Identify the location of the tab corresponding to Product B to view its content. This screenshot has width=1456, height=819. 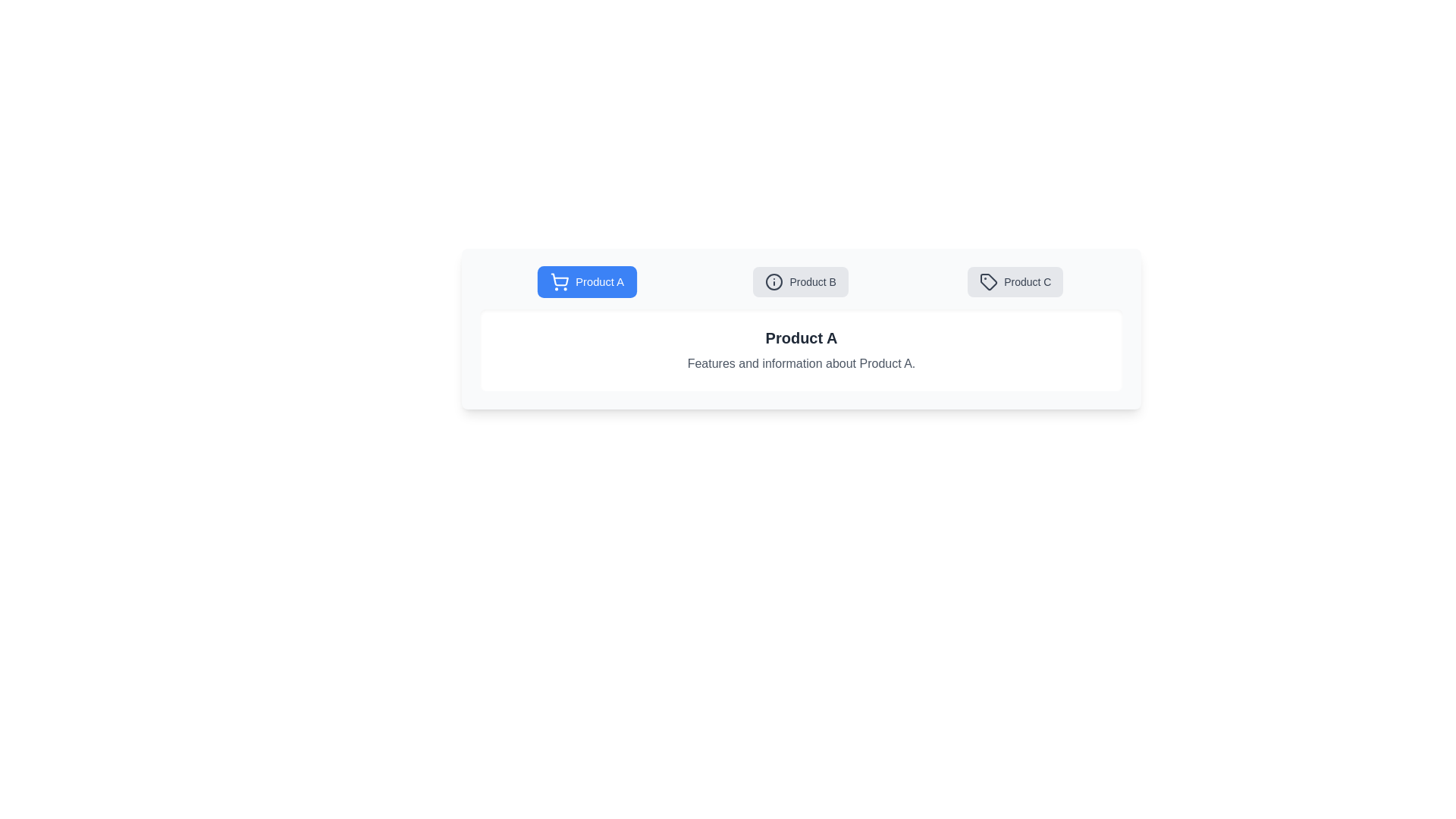
(800, 281).